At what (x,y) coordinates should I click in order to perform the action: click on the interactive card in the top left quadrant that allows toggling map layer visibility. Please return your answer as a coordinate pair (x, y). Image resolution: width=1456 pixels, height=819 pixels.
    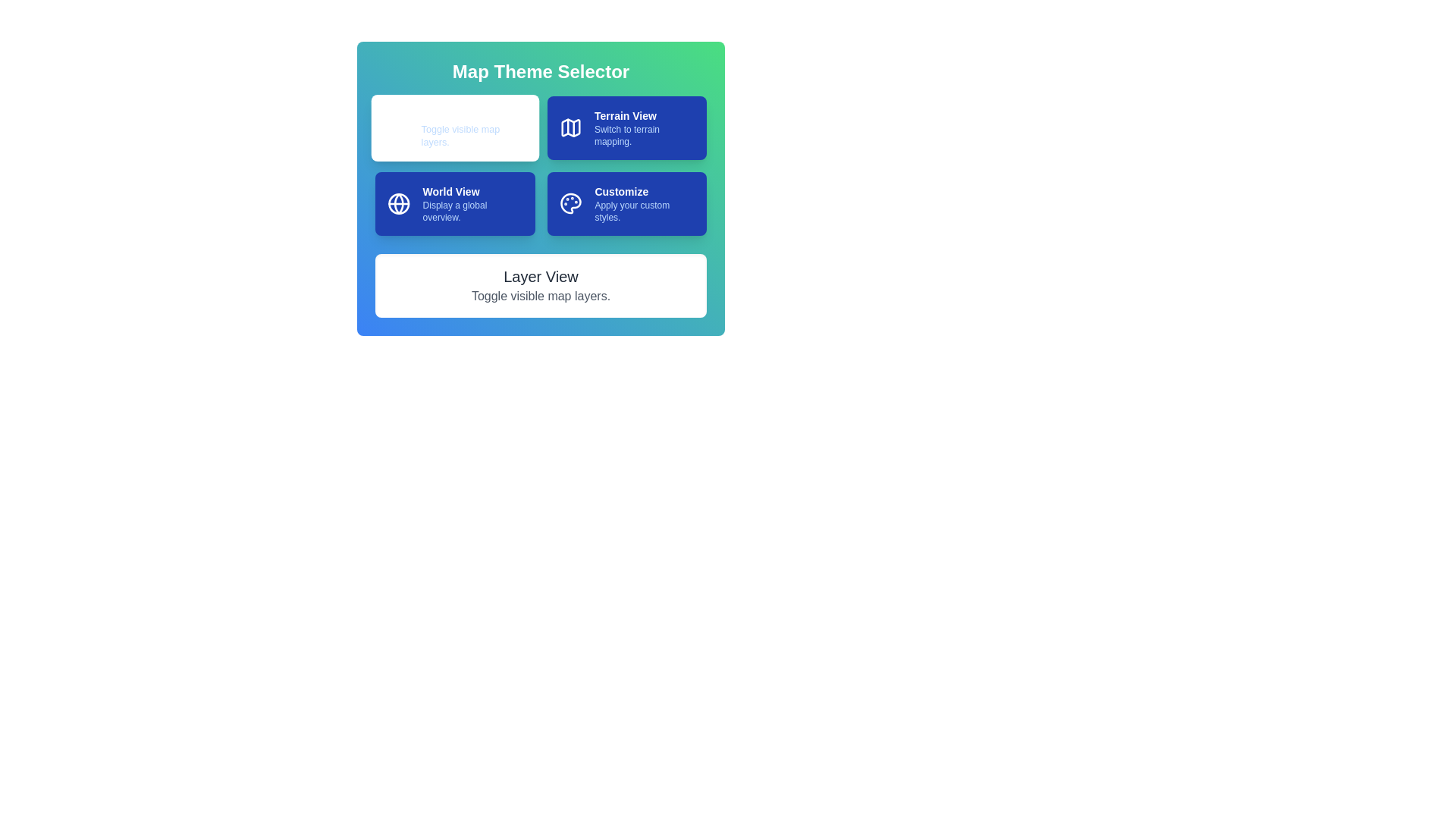
    Looking at the image, I should click on (454, 127).